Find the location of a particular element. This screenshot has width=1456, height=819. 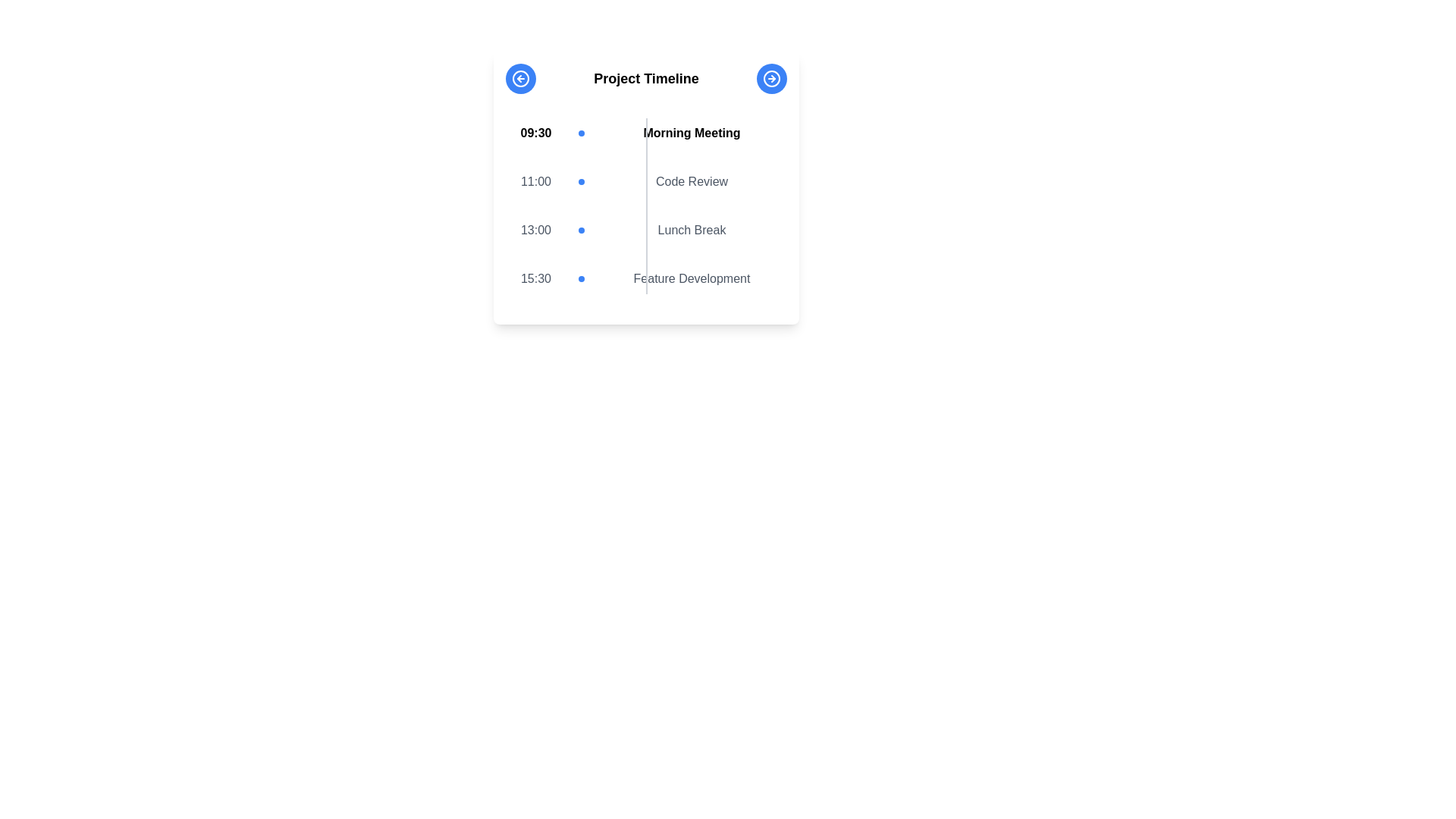

the List item in the schedule view that displays the time '15:30', a blue circular marker, and the text 'Feature Development' is located at coordinates (646, 278).